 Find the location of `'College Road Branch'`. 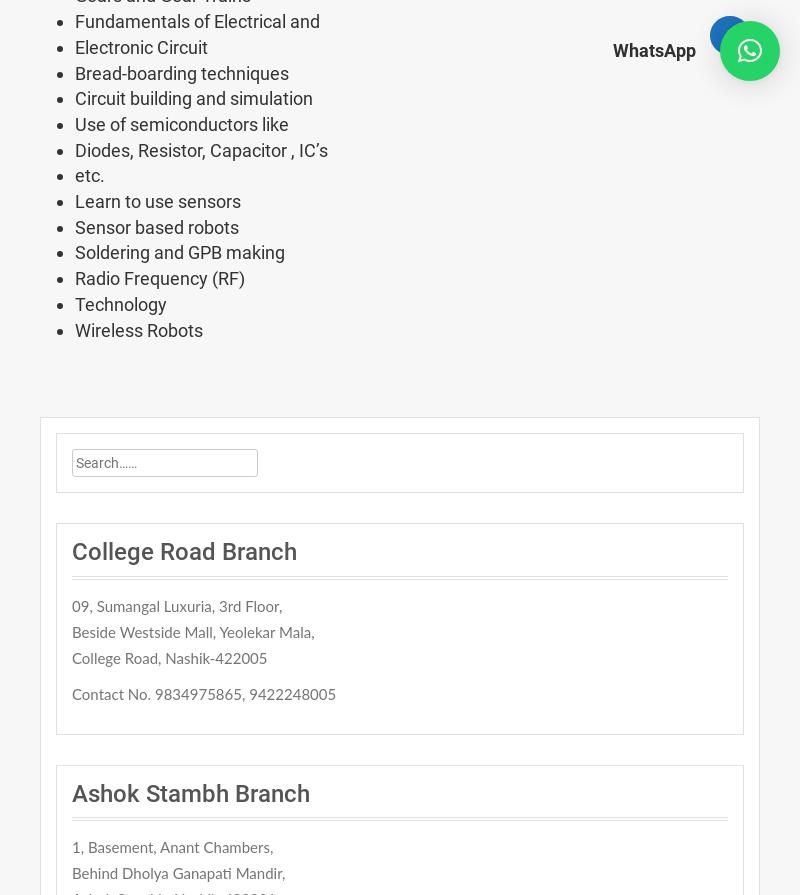

'College Road Branch' is located at coordinates (183, 551).